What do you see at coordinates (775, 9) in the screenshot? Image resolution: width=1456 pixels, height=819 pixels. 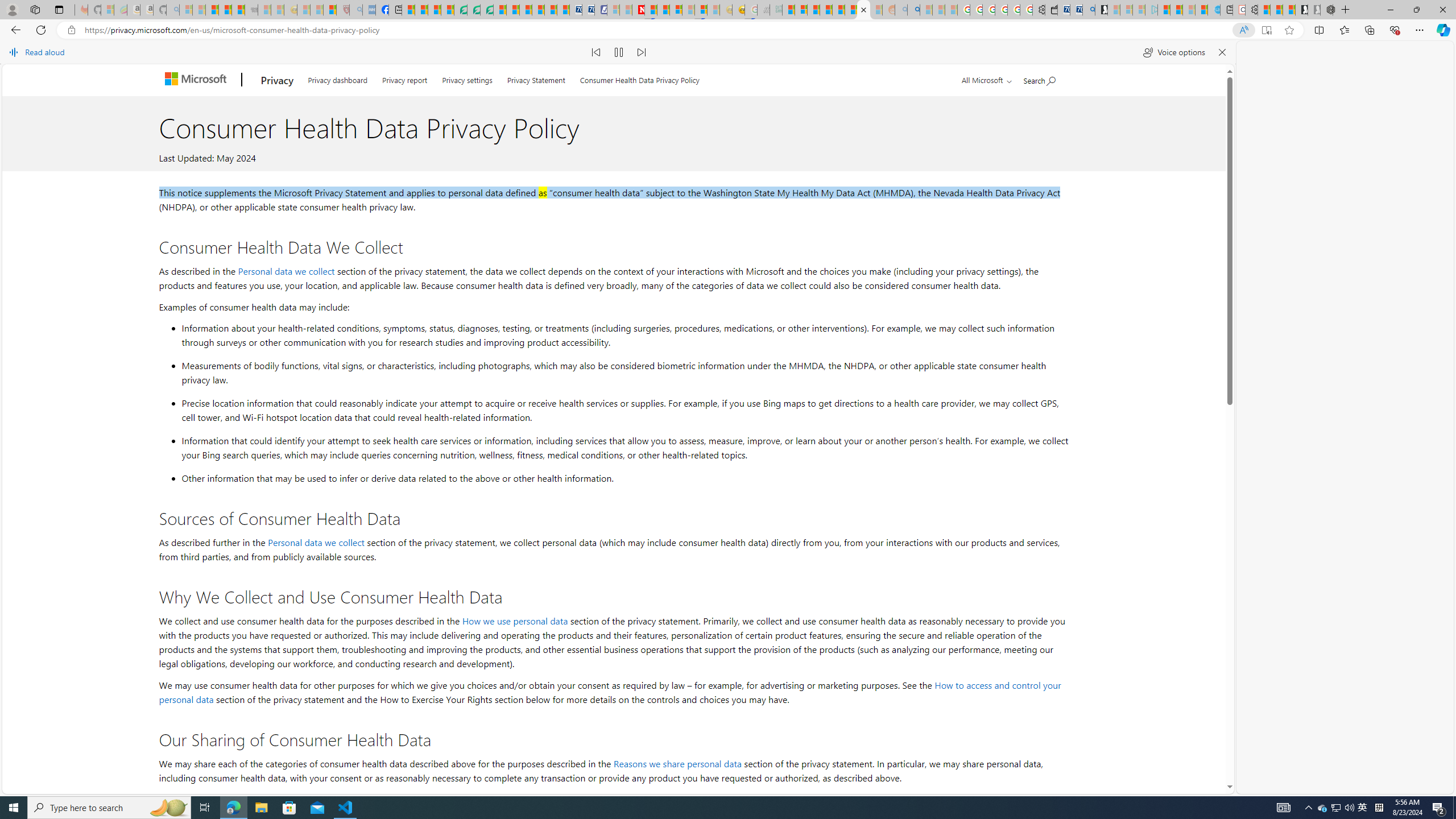 I see `'DITOGAMES AG Imprint - Sleeping'` at bounding box center [775, 9].